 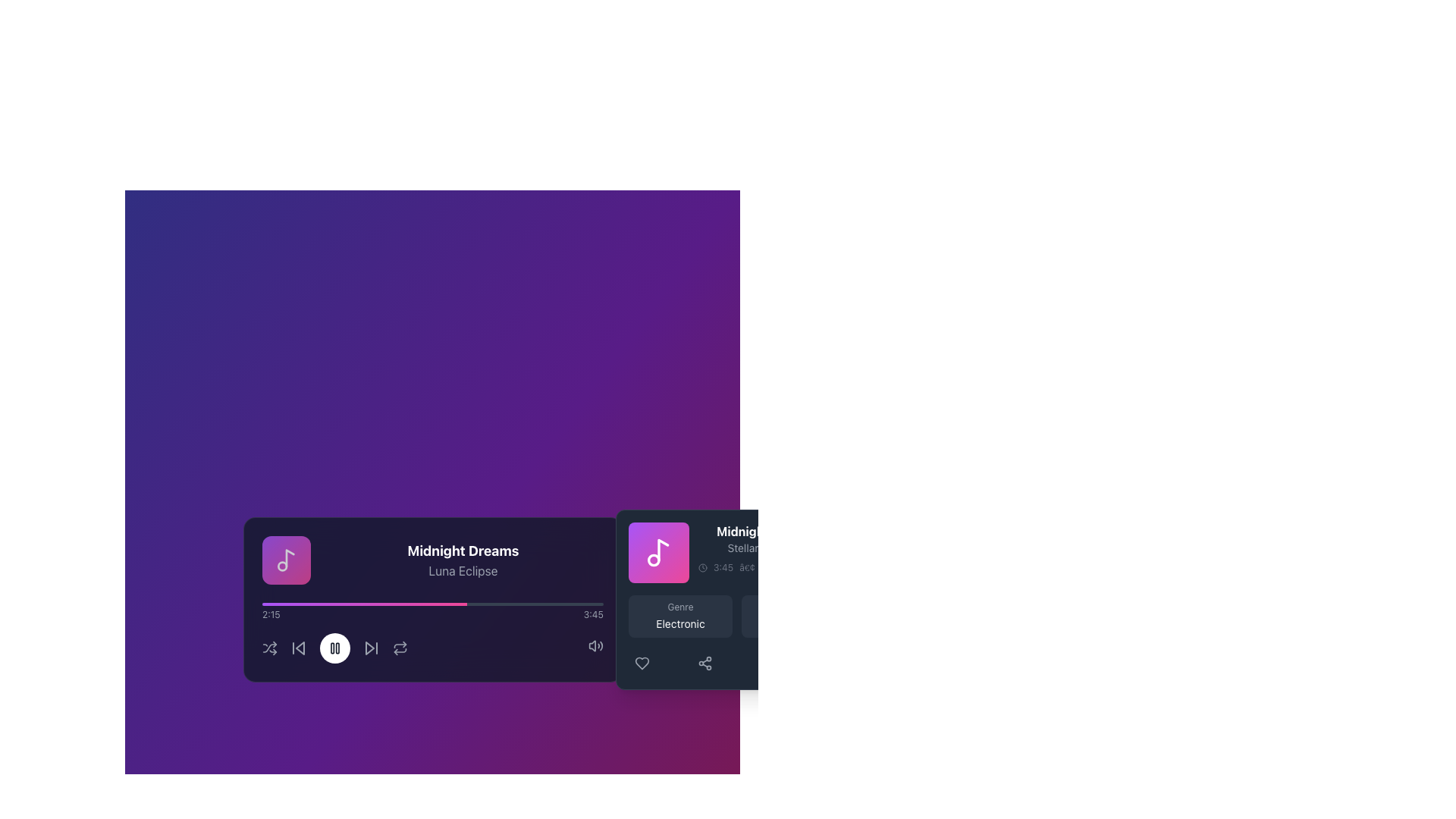 What do you see at coordinates (334, 648) in the screenshot?
I see `the circular button with a pause icon located centrally in the media control row` at bounding box center [334, 648].